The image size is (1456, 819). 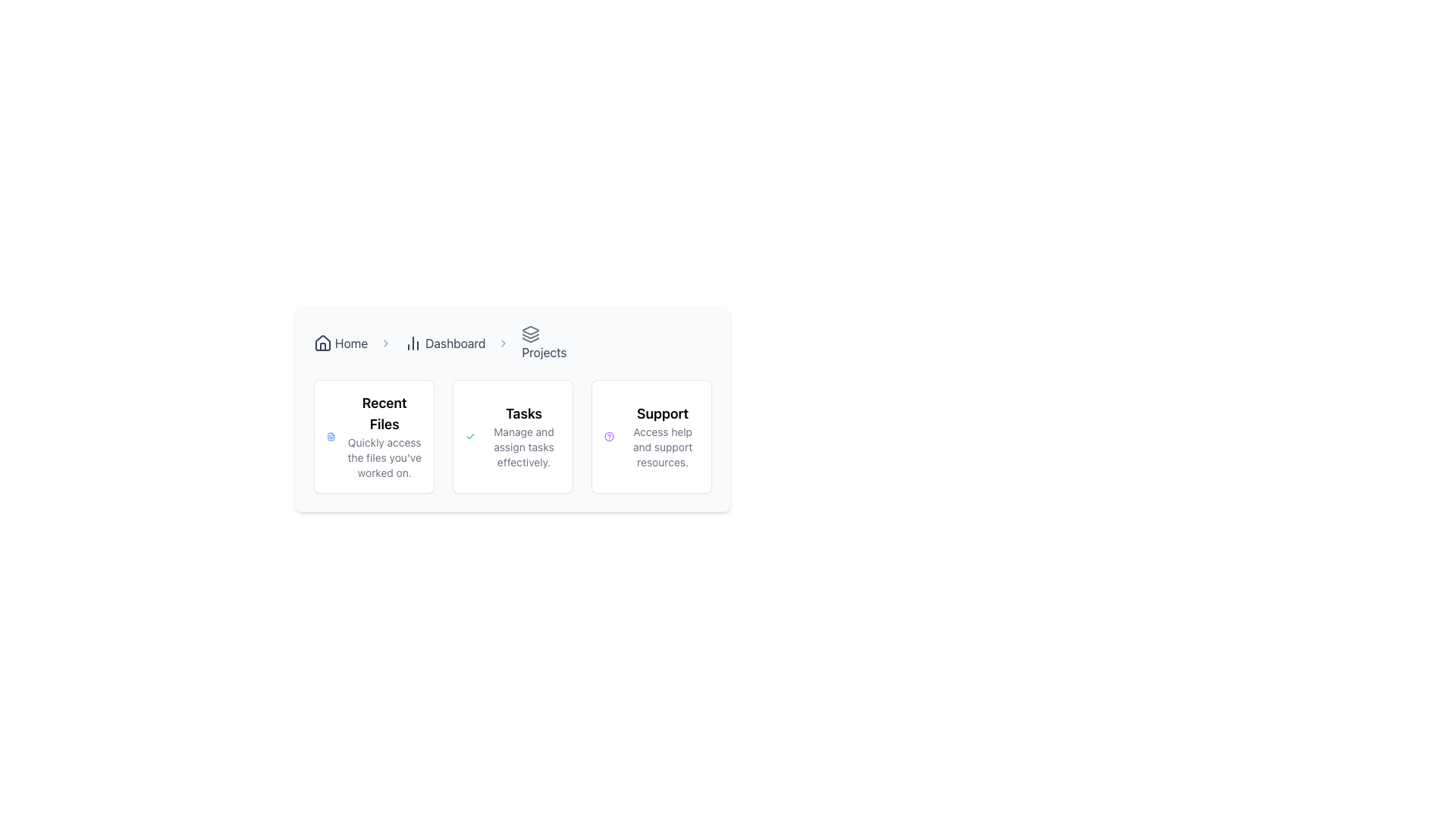 I want to click on the circular icon with a question mark symbol inside, which has a purple outline, located within the 'Support' card, so click(x=609, y=436).